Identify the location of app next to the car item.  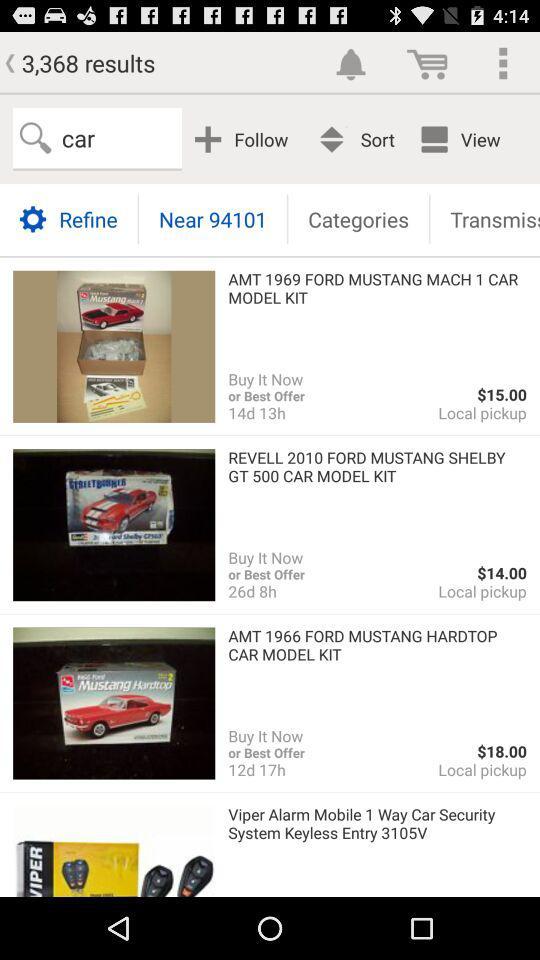
(245, 138).